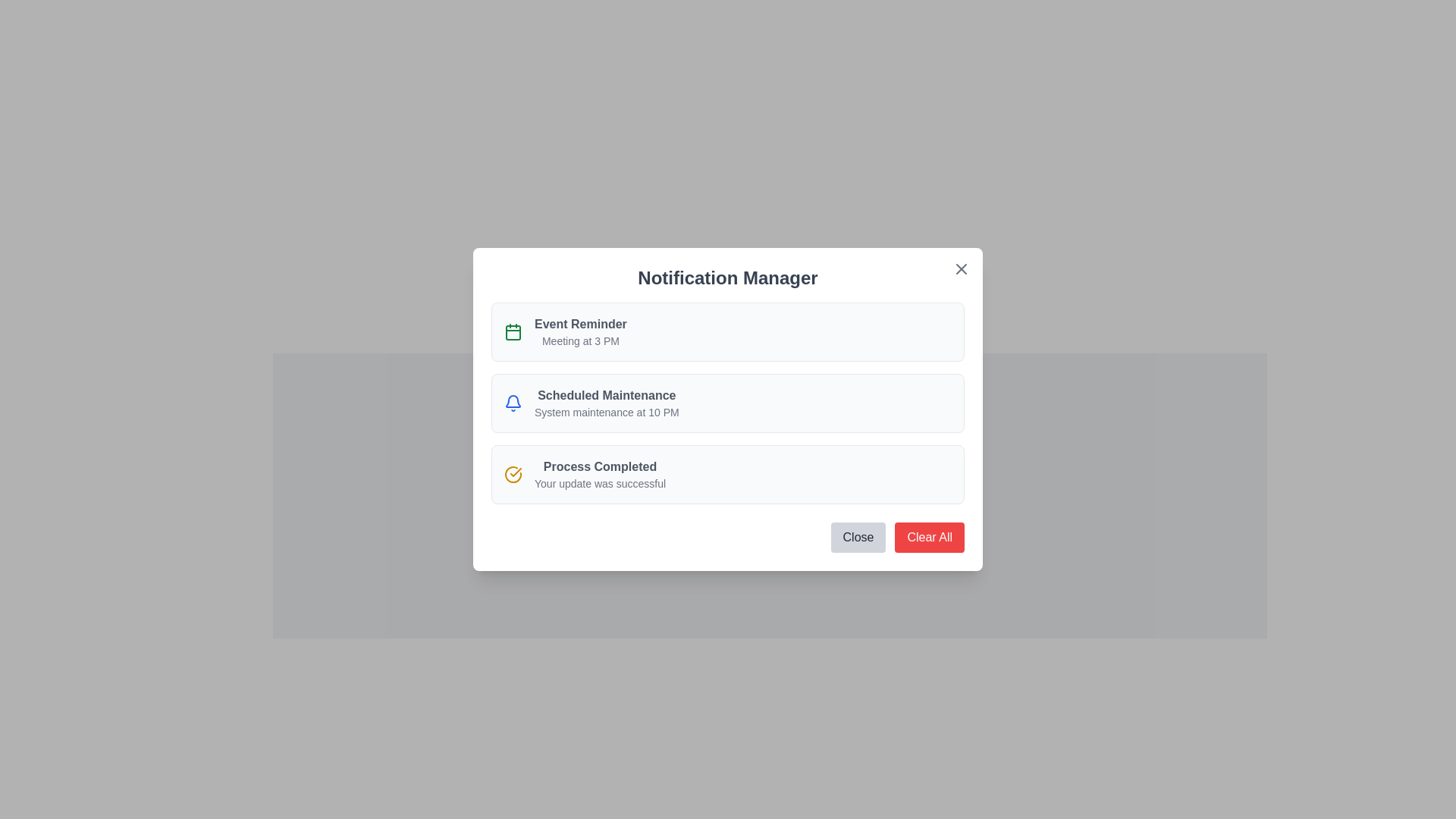  Describe the element at coordinates (728, 331) in the screenshot. I see `information presented in the Notification card with the title 'Event Reminder' and description 'Meeting at 3 PM.'` at that location.